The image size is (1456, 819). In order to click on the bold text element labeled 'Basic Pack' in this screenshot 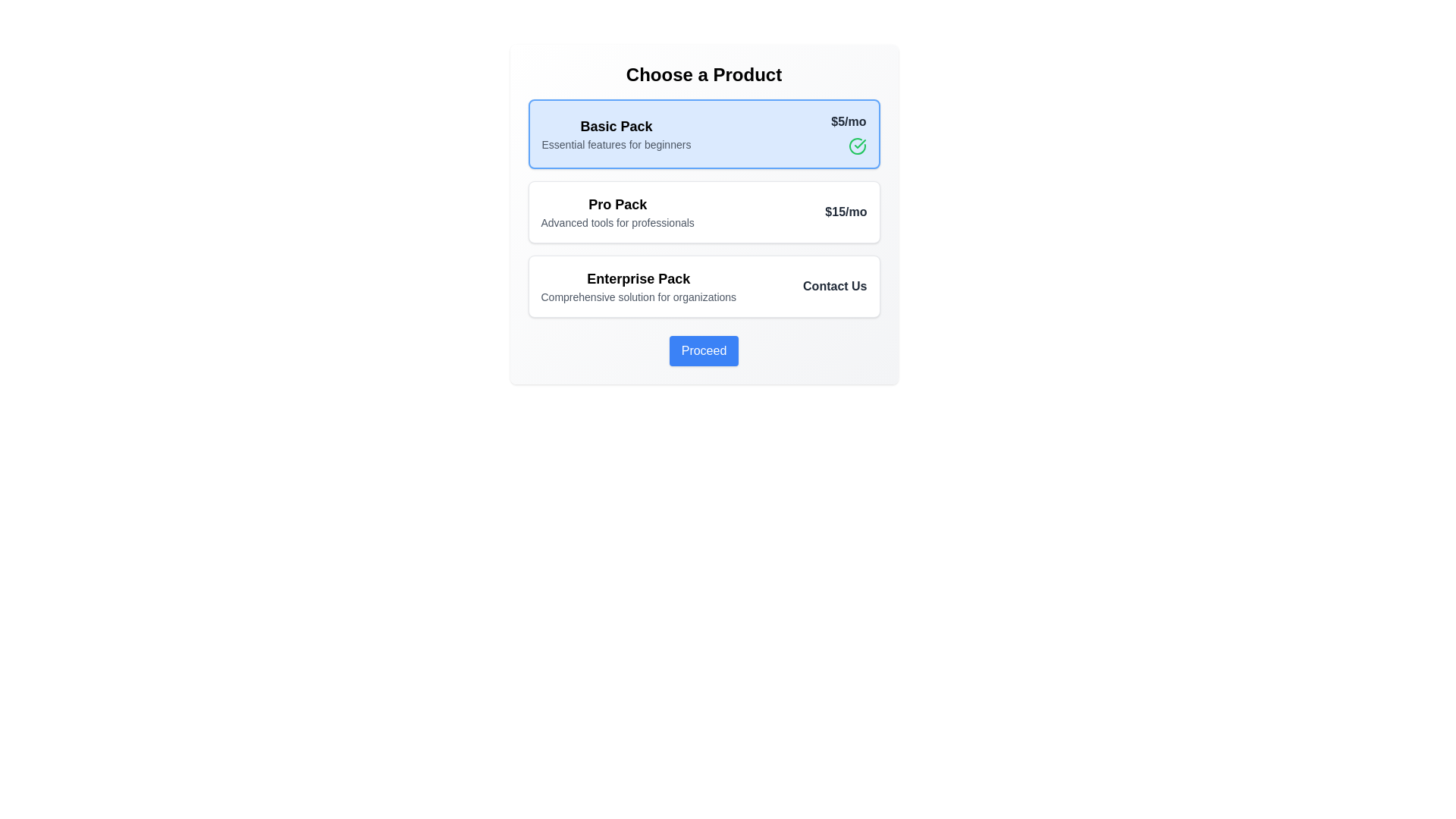, I will do `click(616, 125)`.